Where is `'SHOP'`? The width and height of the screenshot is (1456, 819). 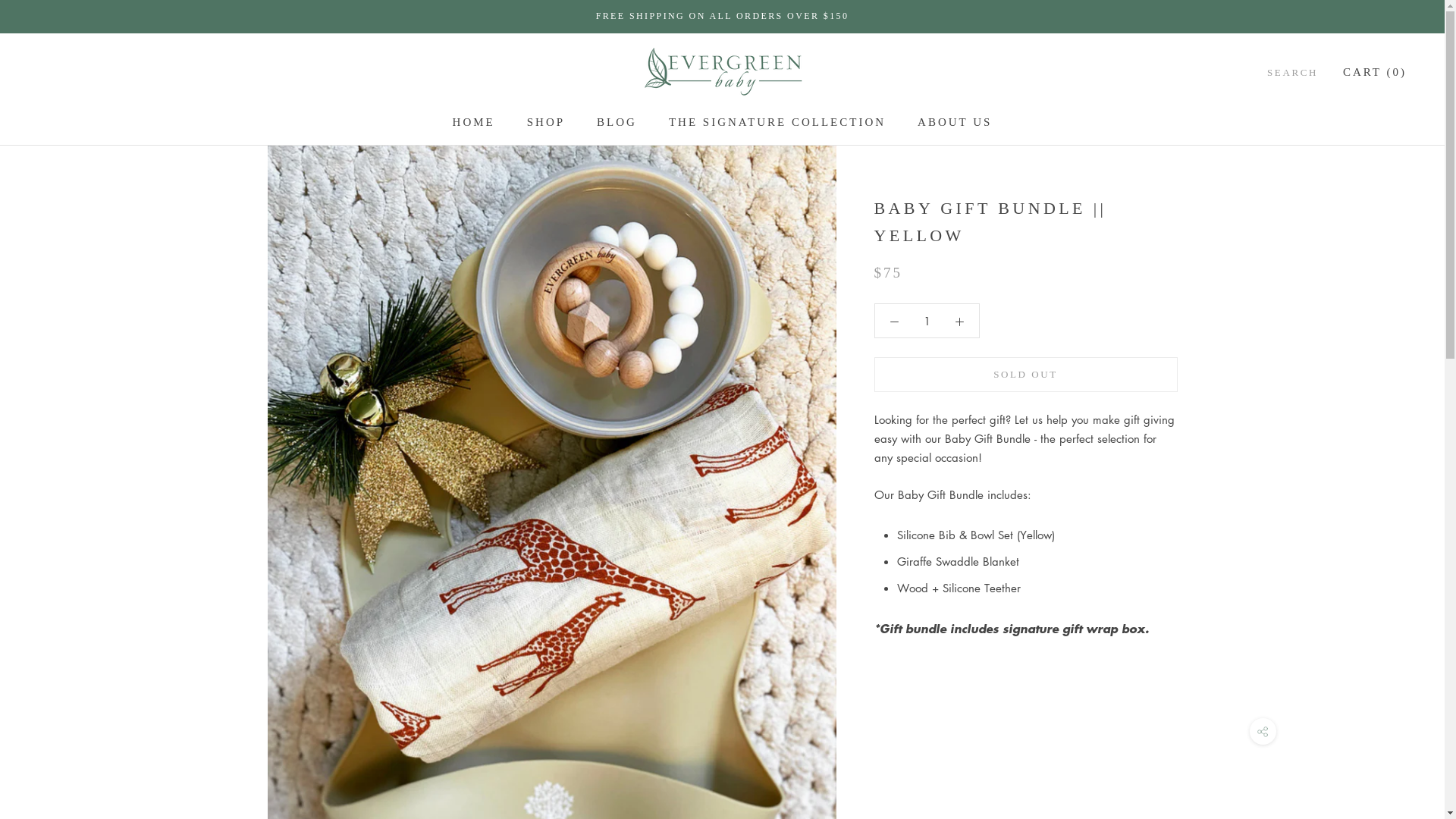 'SHOP' is located at coordinates (546, 121).